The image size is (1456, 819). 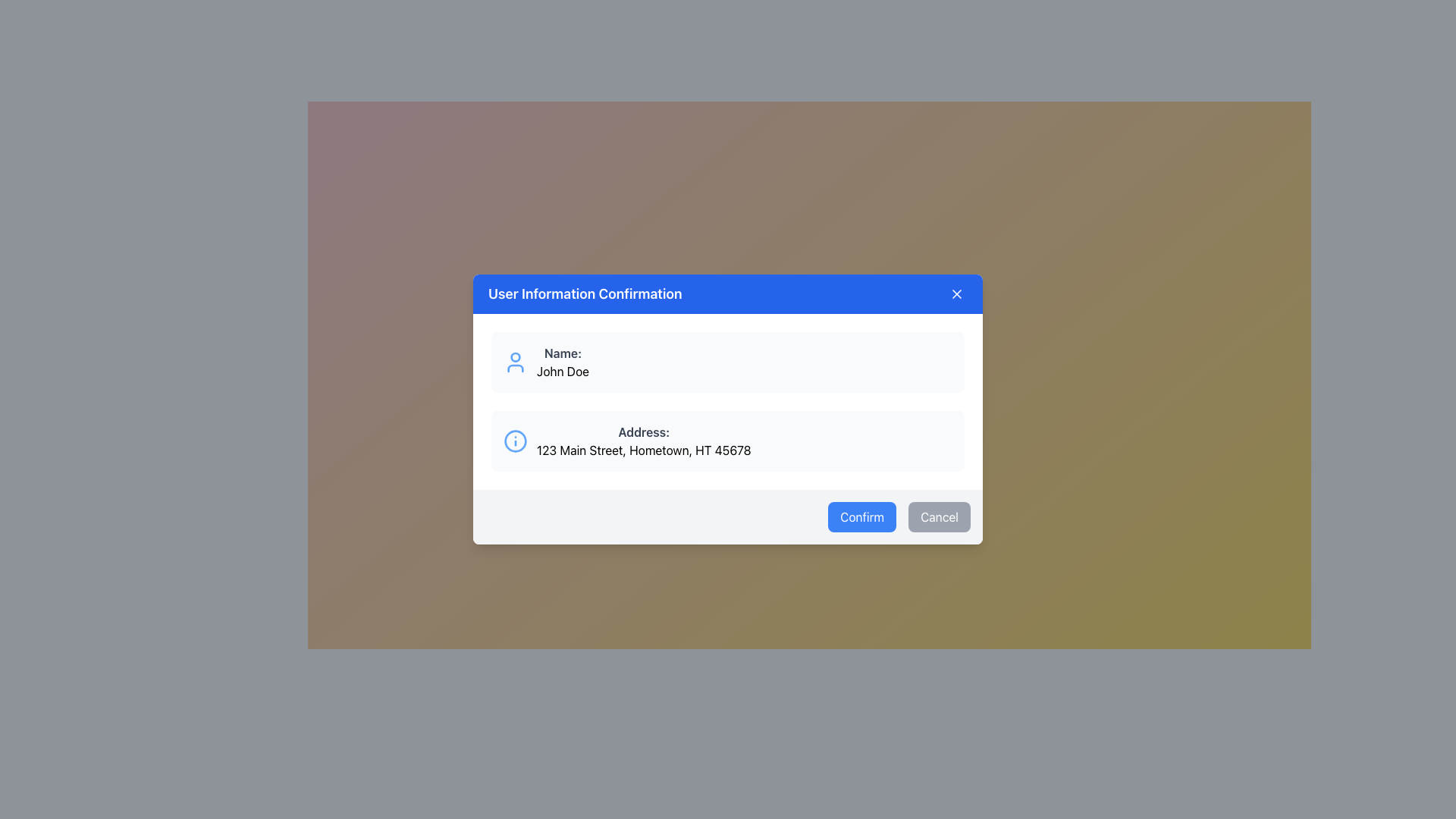 What do you see at coordinates (644, 432) in the screenshot?
I see `the text label that reads 'Address:' in bold, dark gray font, located in the 'User Information Confirmation' modal dialog, positioned above the address details` at bounding box center [644, 432].